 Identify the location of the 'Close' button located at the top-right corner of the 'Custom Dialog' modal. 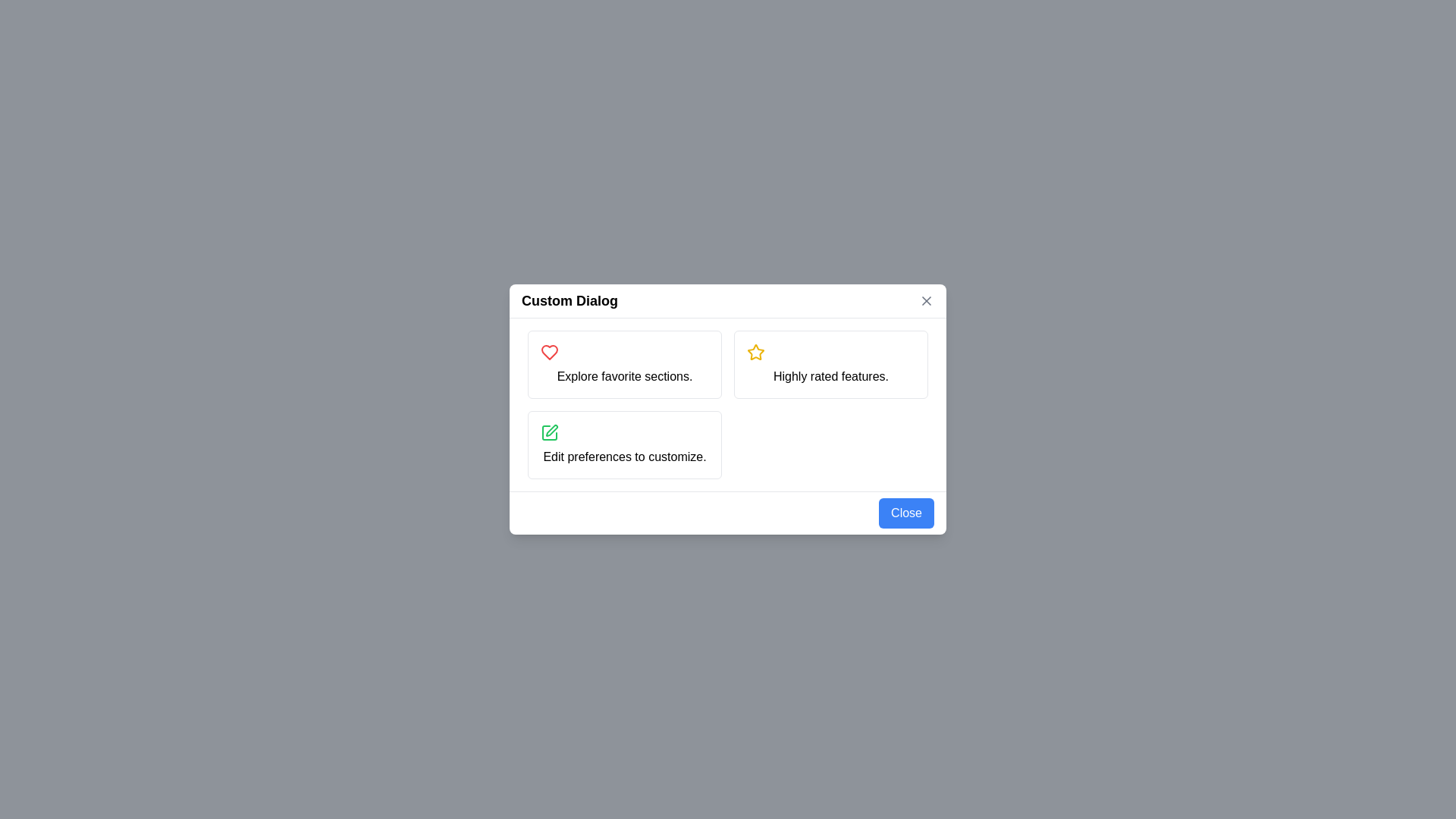
(926, 301).